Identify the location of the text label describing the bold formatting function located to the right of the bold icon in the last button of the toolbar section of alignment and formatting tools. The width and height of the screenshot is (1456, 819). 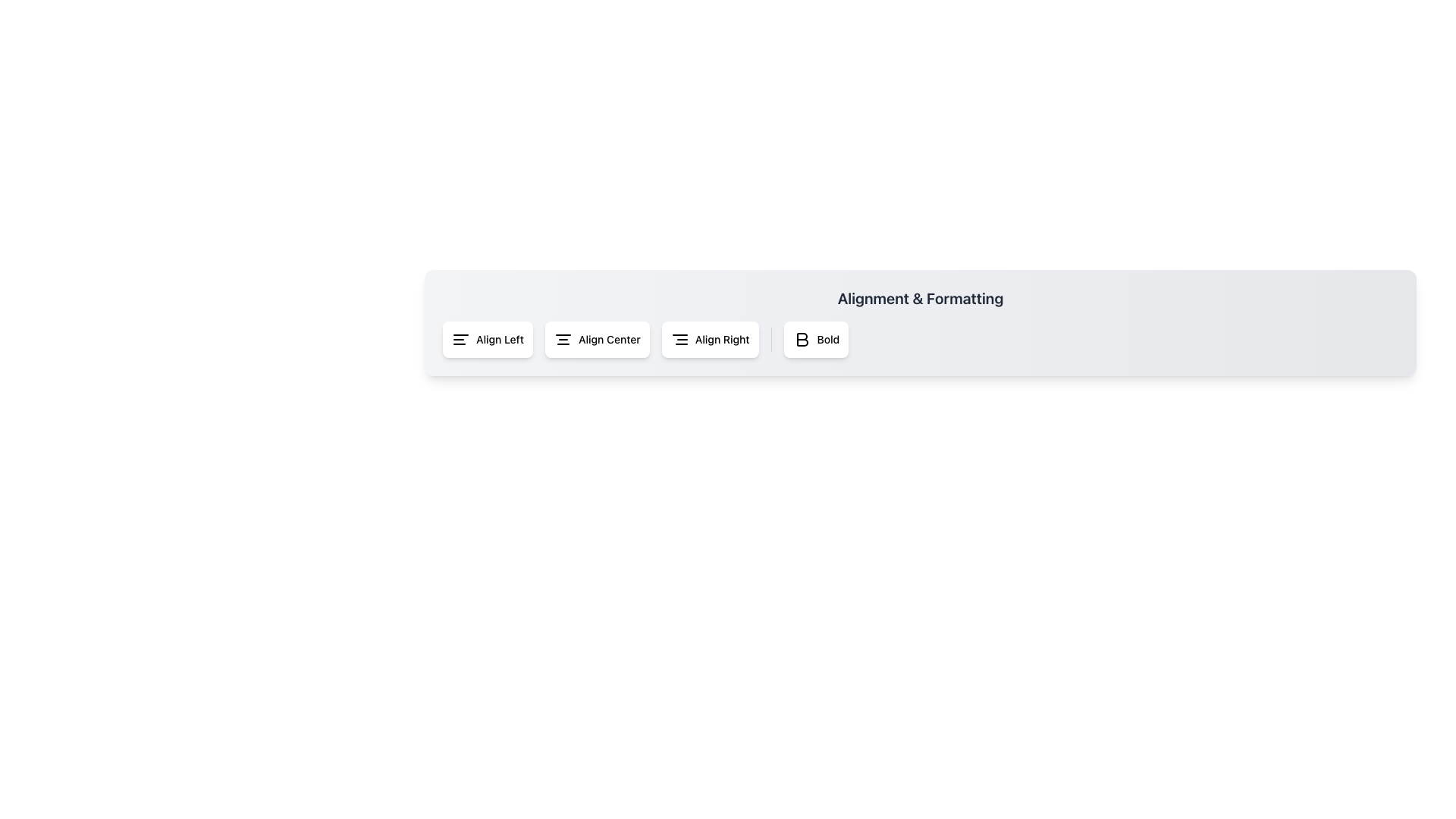
(827, 338).